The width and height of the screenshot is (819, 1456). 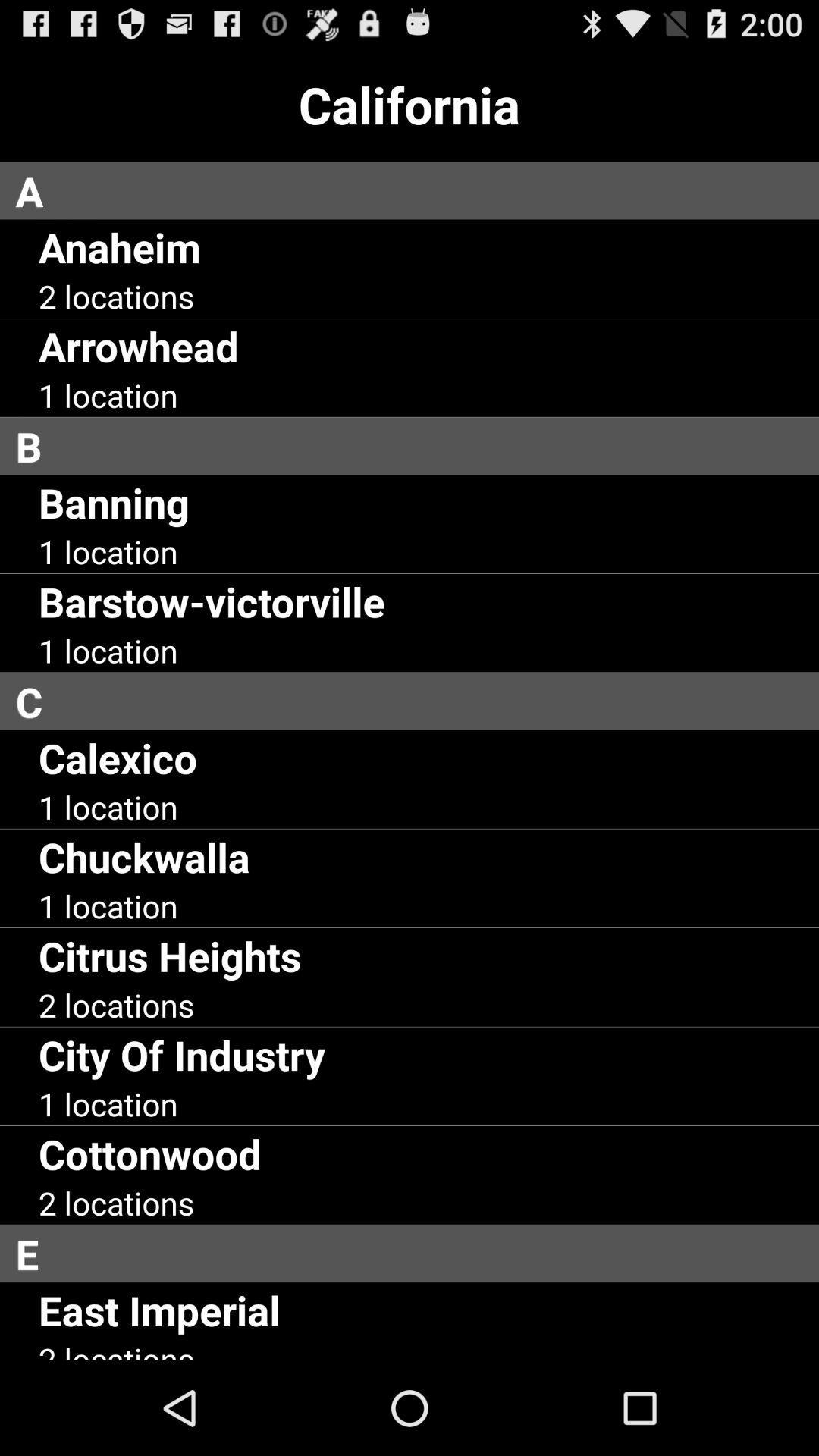 What do you see at coordinates (180, 1053) in the screenshot?
I see `item below the 2 locations` at bounding box center [180, 1053].